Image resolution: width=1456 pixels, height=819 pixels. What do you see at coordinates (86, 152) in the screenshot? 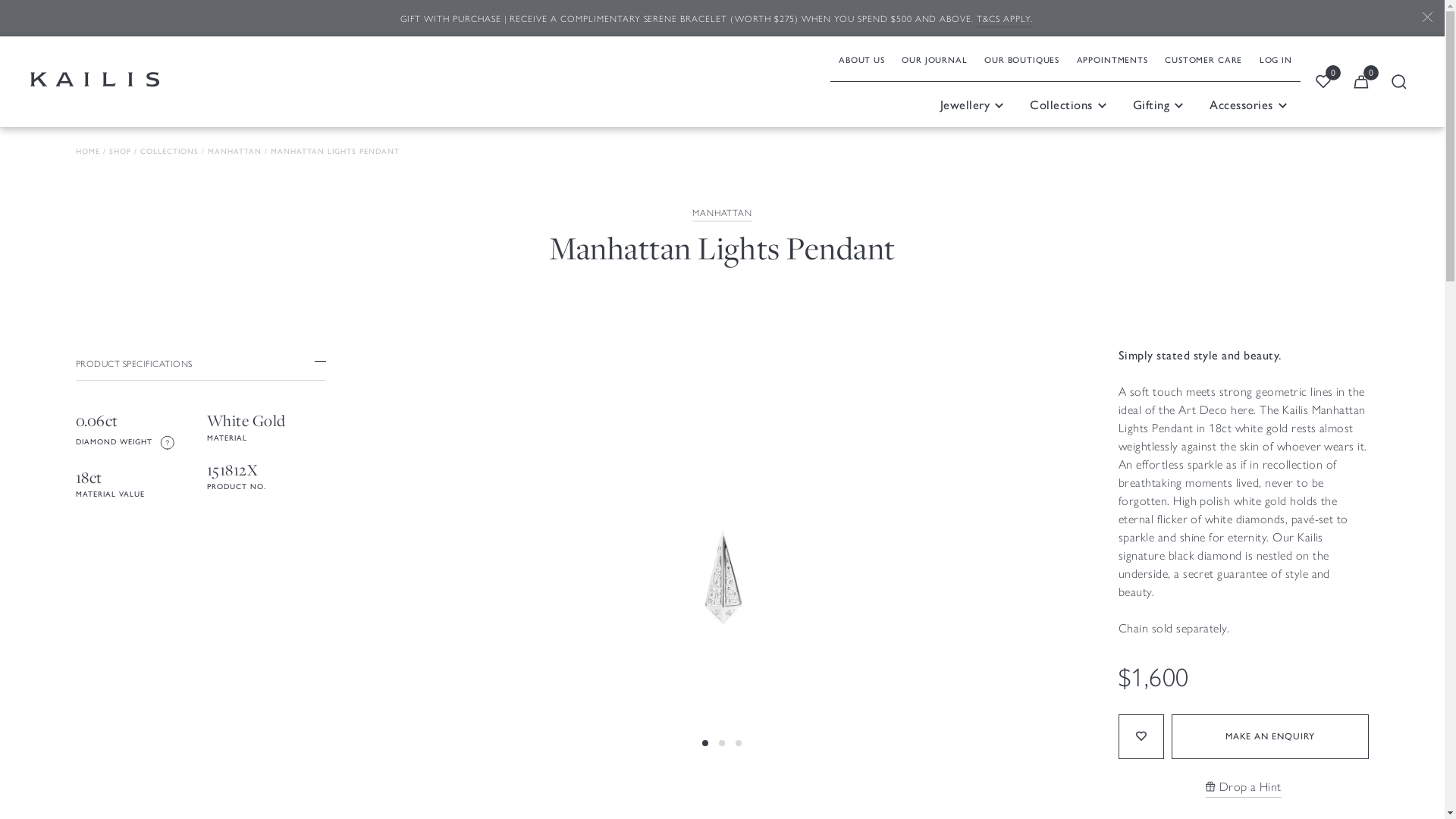
I see `'HOME'` at bounding box center [86, 152].